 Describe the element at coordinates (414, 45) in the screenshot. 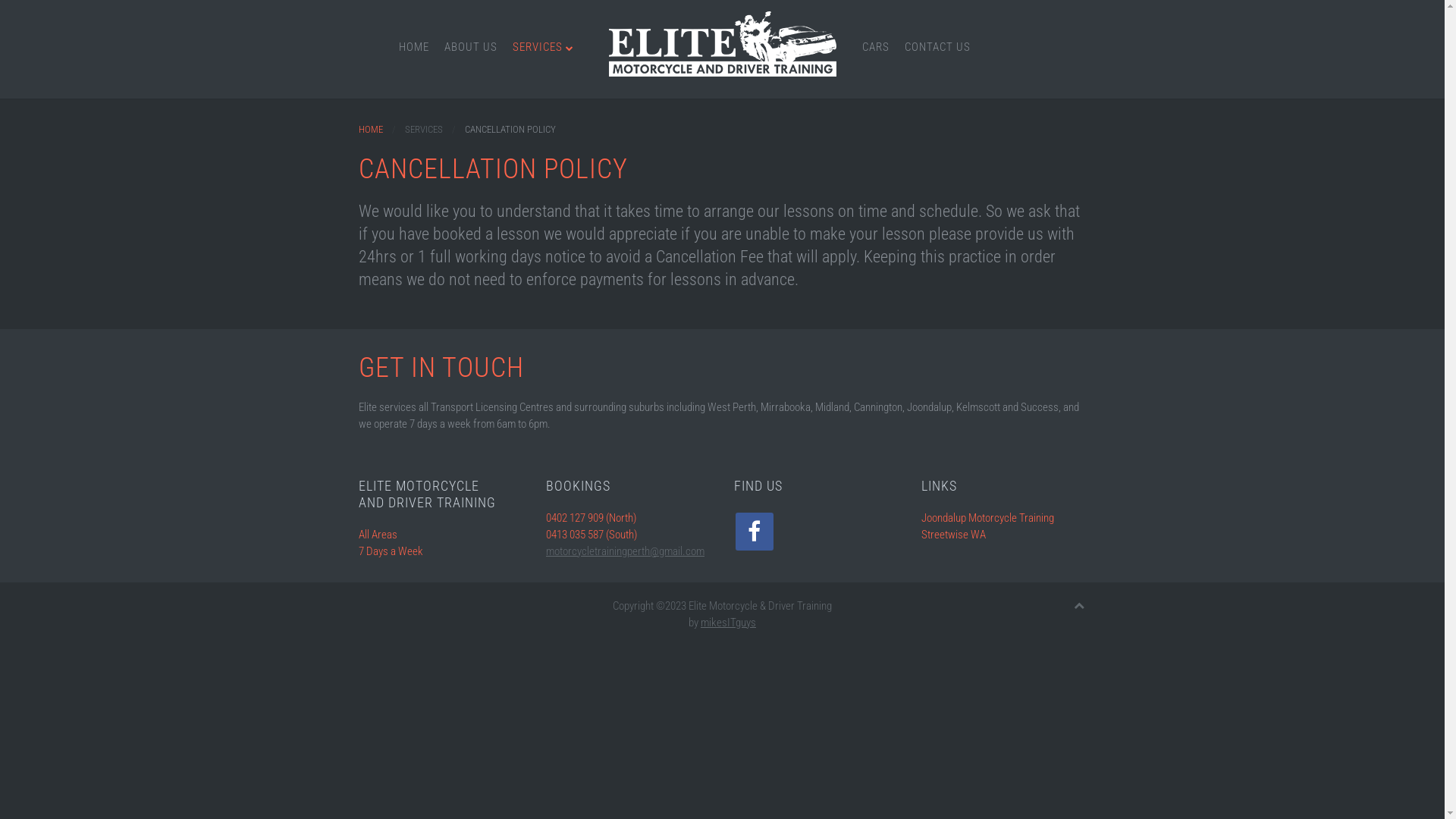

I see `'HOME'` at that location.